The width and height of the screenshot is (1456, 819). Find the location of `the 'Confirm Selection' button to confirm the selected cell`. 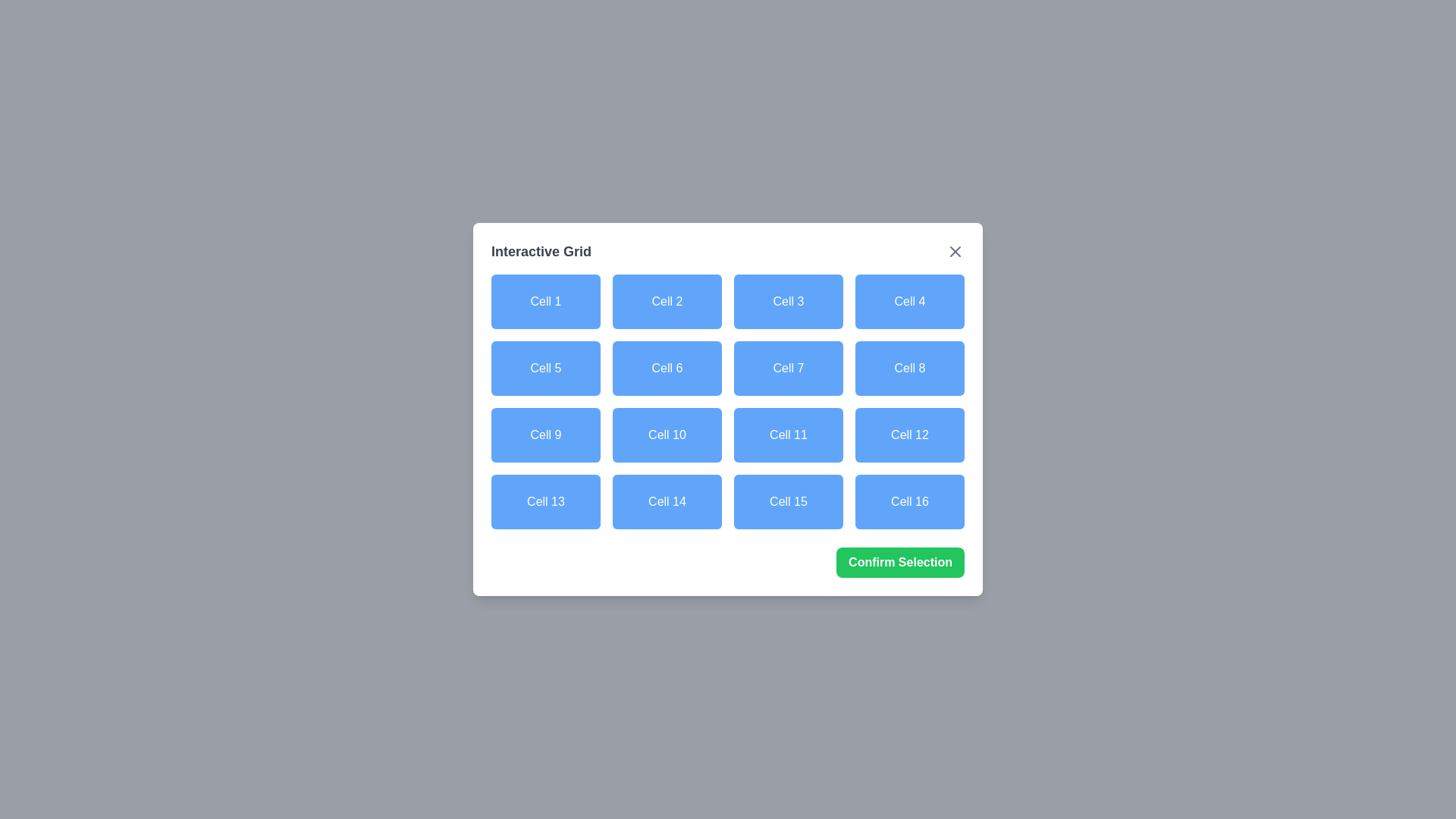

the 'Confirm Selection' button to confirm the selected cell is located at coordinates (899, 562).